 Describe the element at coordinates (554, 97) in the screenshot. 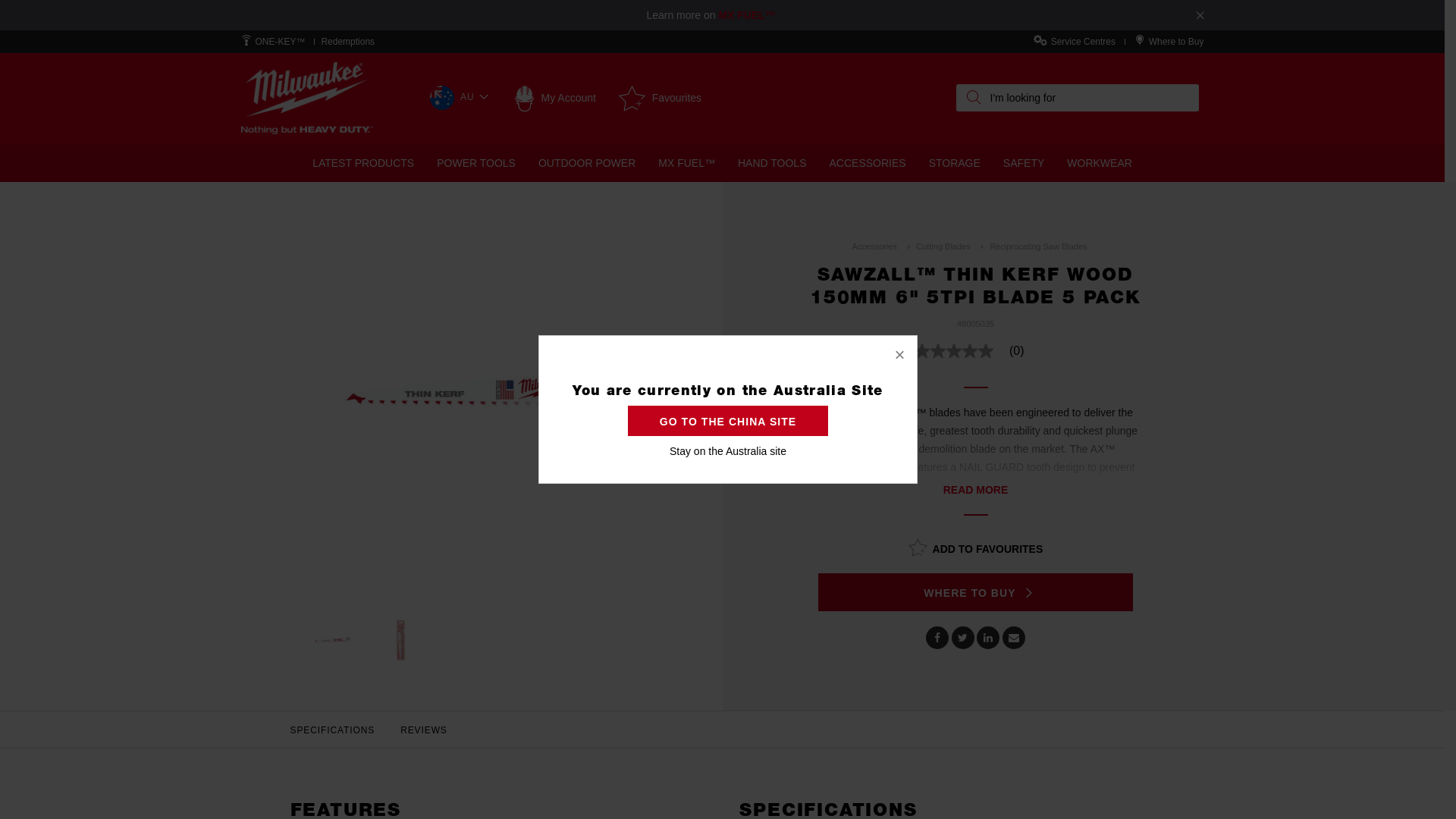

I see `'My Account'` at that location.